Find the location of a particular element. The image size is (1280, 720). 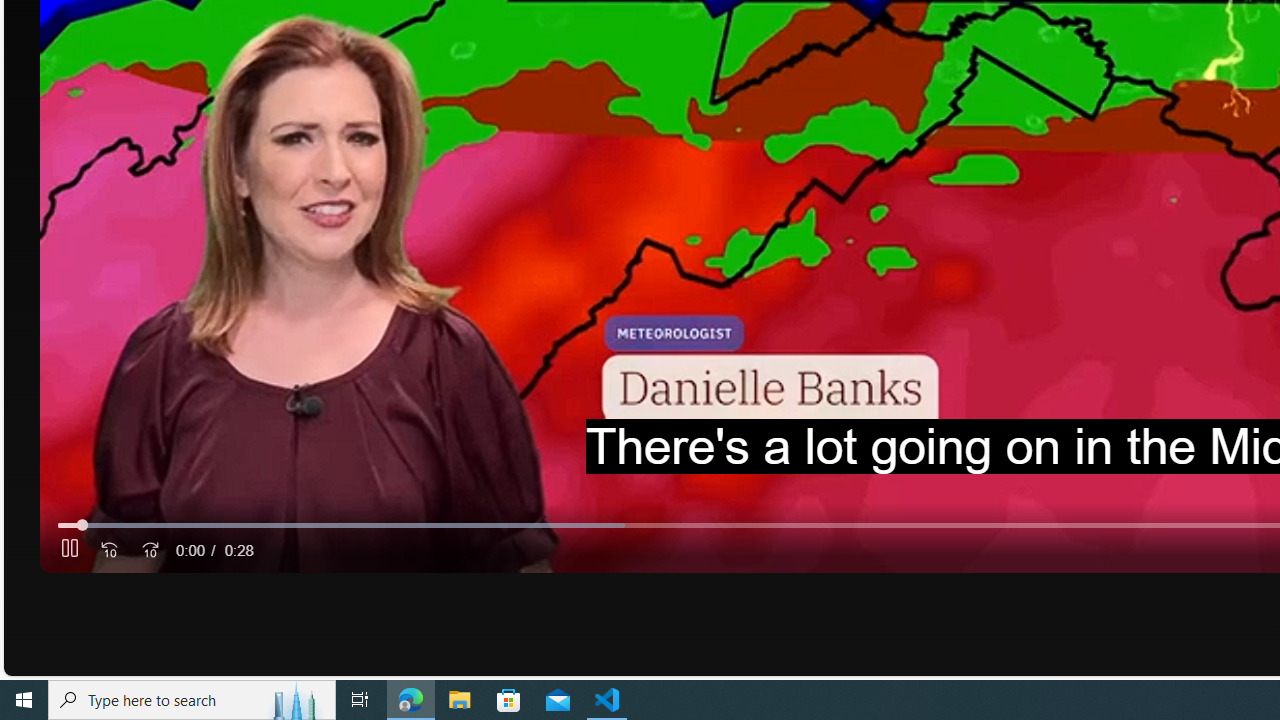

'Seek Forward' is located at coordinates (149, 550).